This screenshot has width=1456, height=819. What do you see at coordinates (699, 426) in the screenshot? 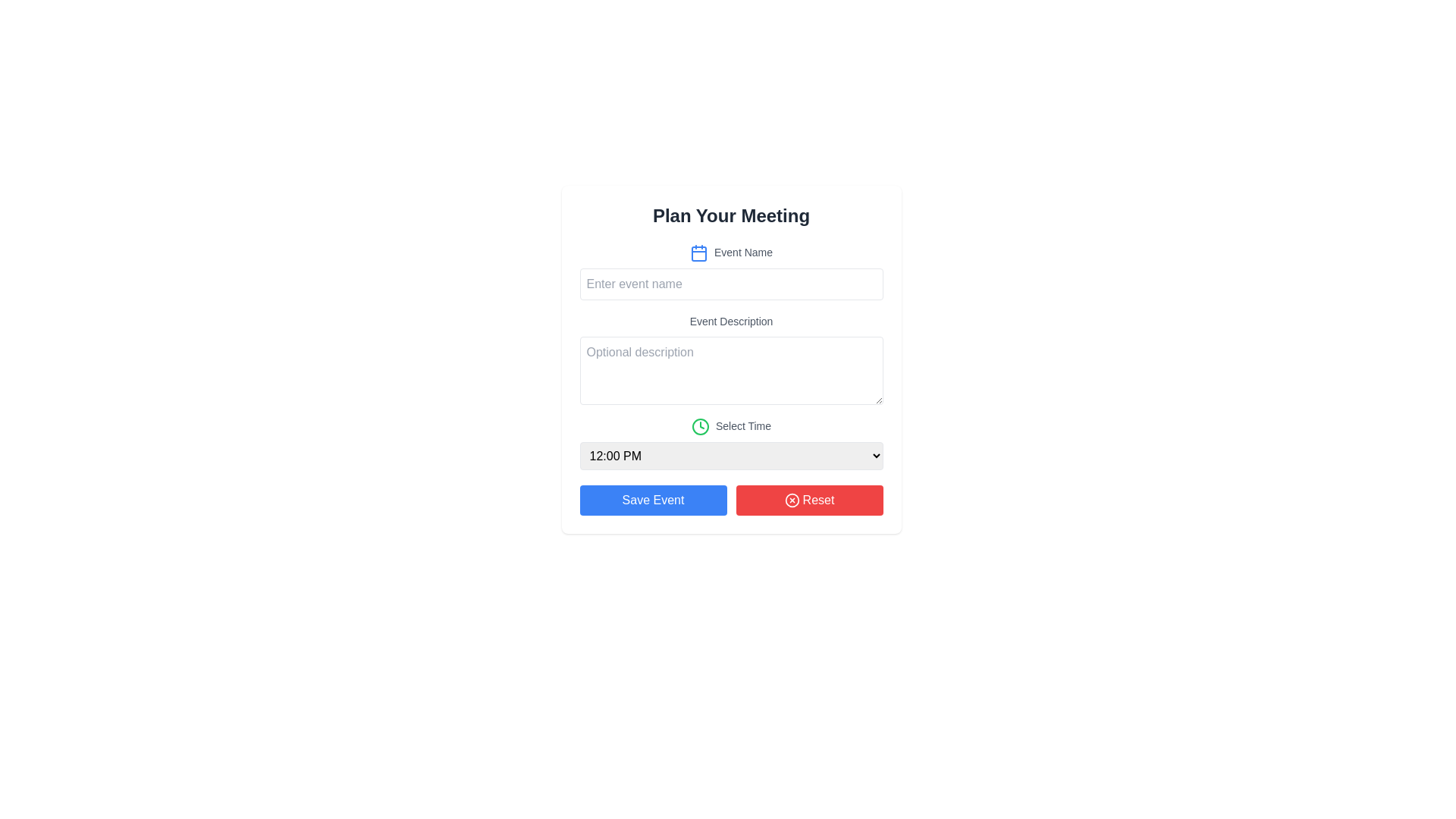
I see `the green clock icon located in the 'Select Time' section, which precedes the text label 'Select Time.'` at bounding box center [699, 426].